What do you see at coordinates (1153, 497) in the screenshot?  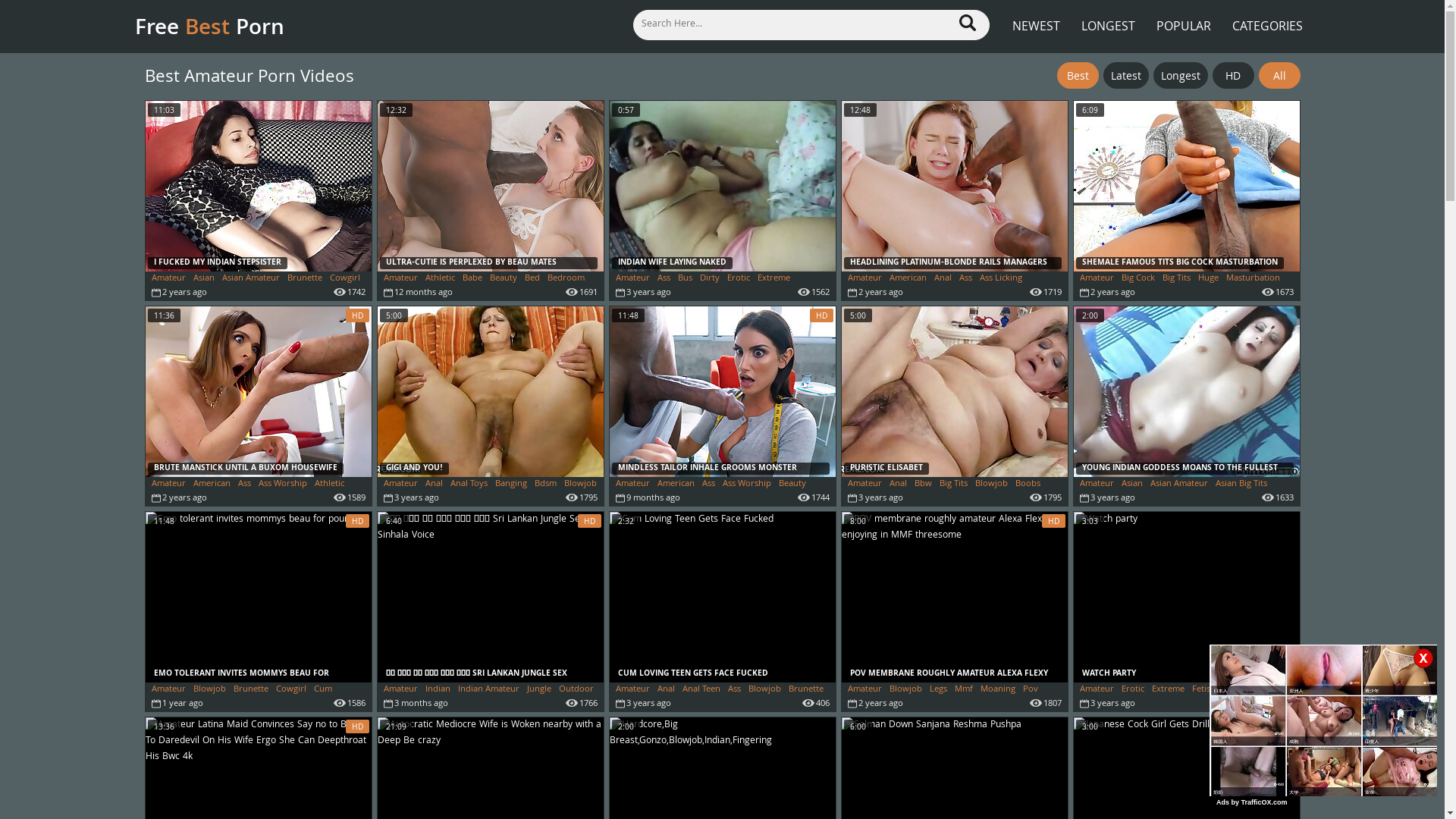 I see `'Banging'` at bounding box center [1153, 497].